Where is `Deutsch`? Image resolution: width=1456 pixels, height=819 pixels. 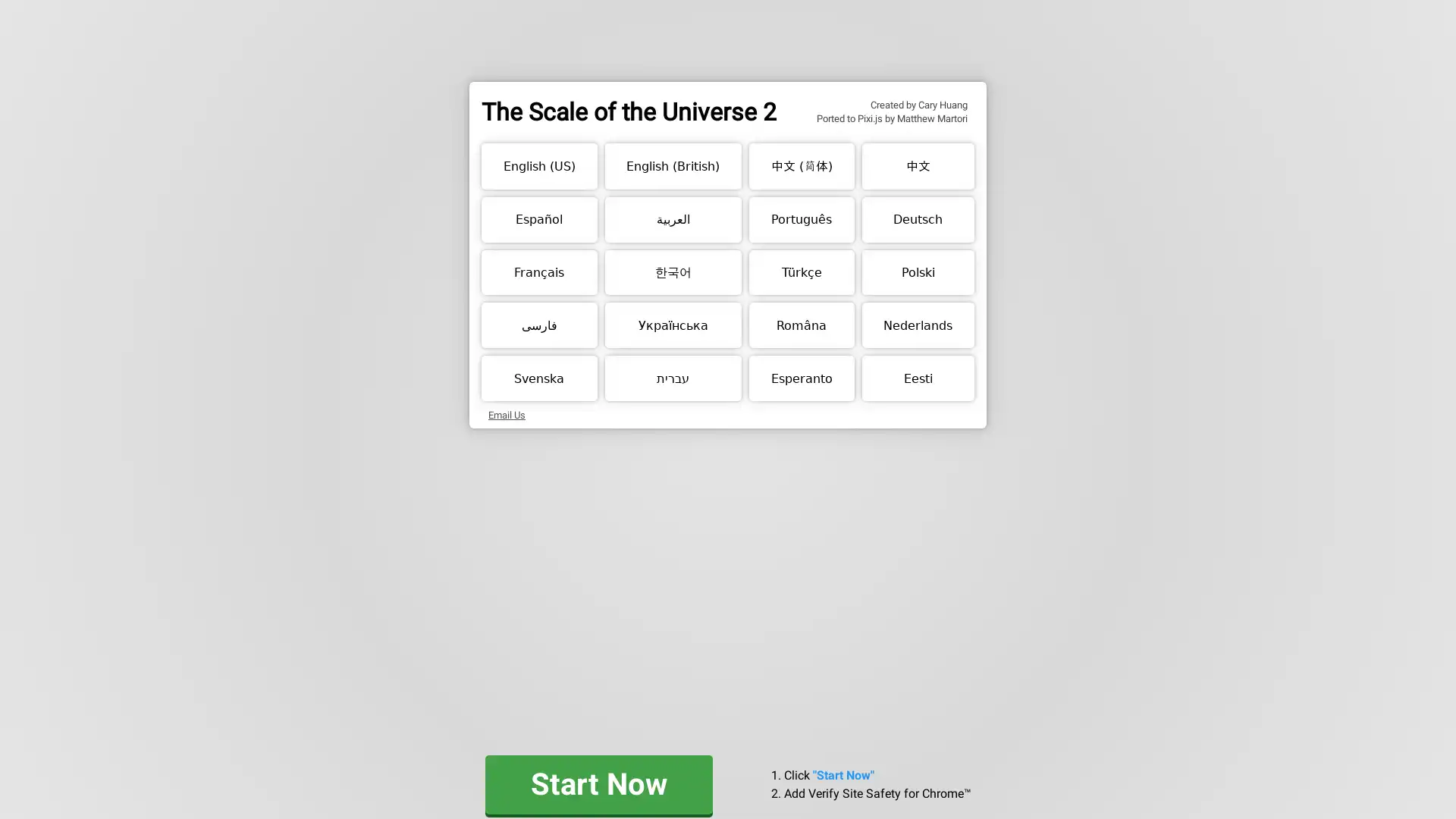 Deutsch is located at coordinates (917, 219).